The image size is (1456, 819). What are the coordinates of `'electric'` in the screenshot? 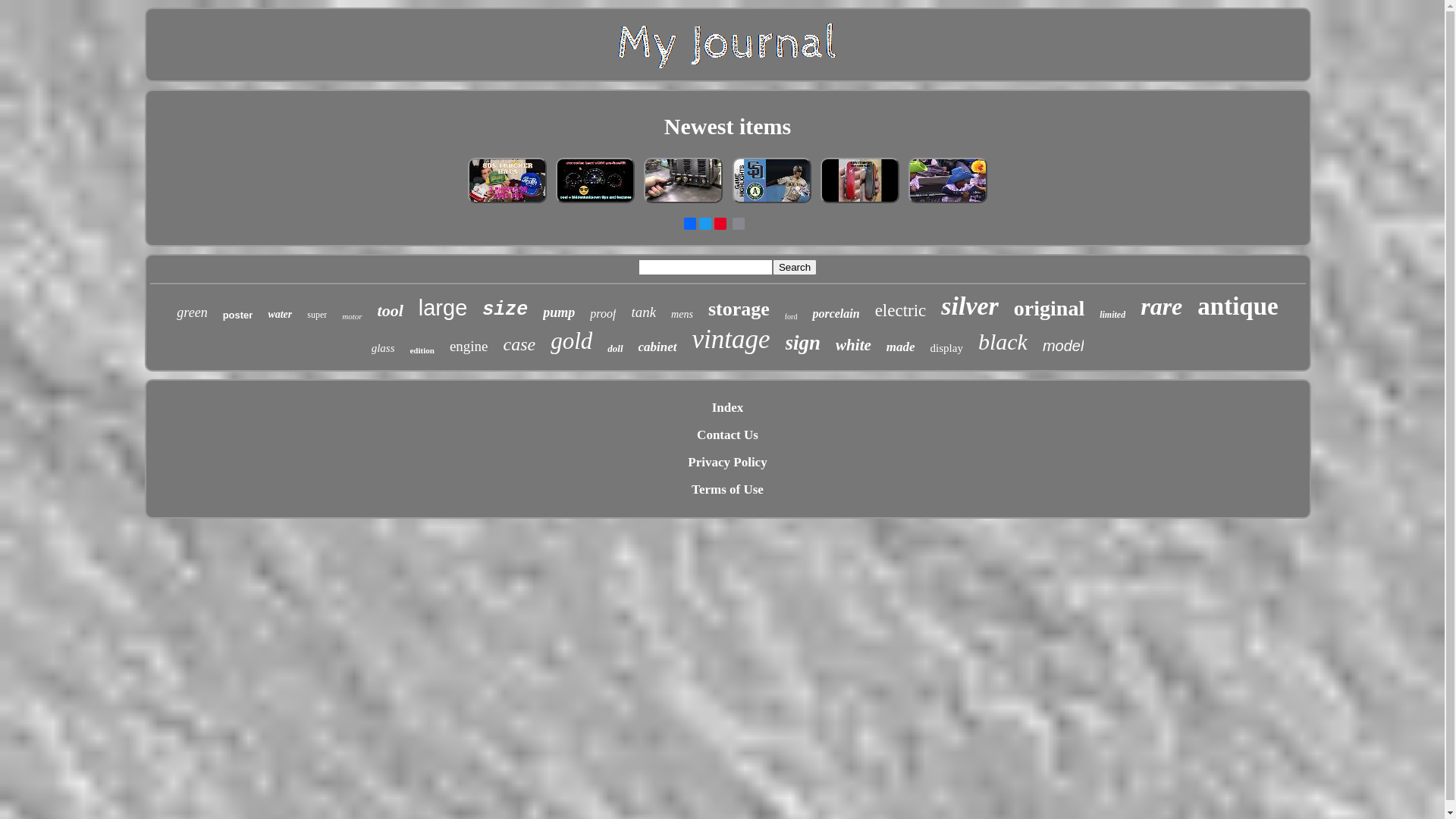 It's located at (901, 309).